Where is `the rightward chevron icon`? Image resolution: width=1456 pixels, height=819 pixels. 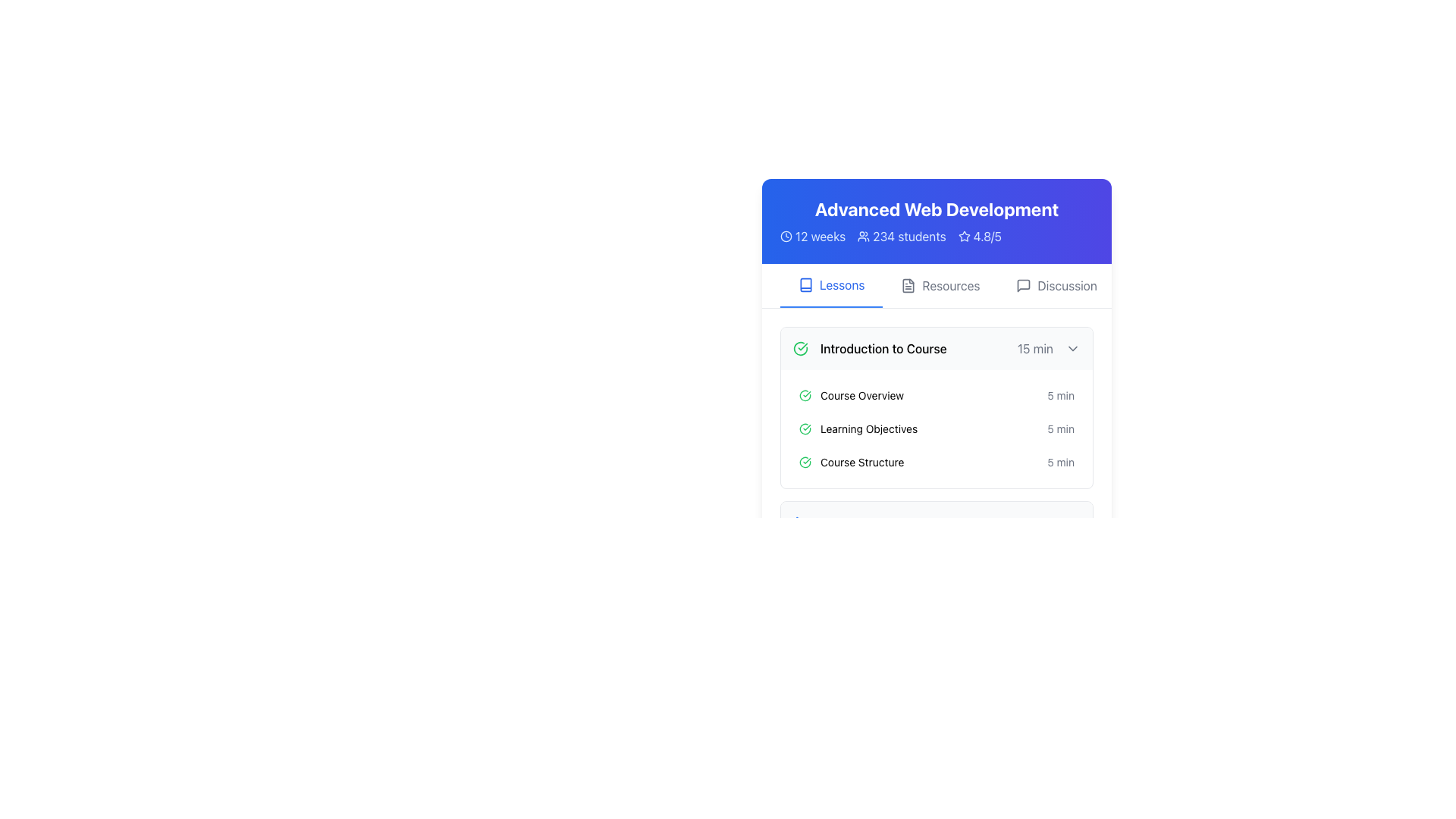
the rightward chevron icon is located at coordinates (1072, 522).